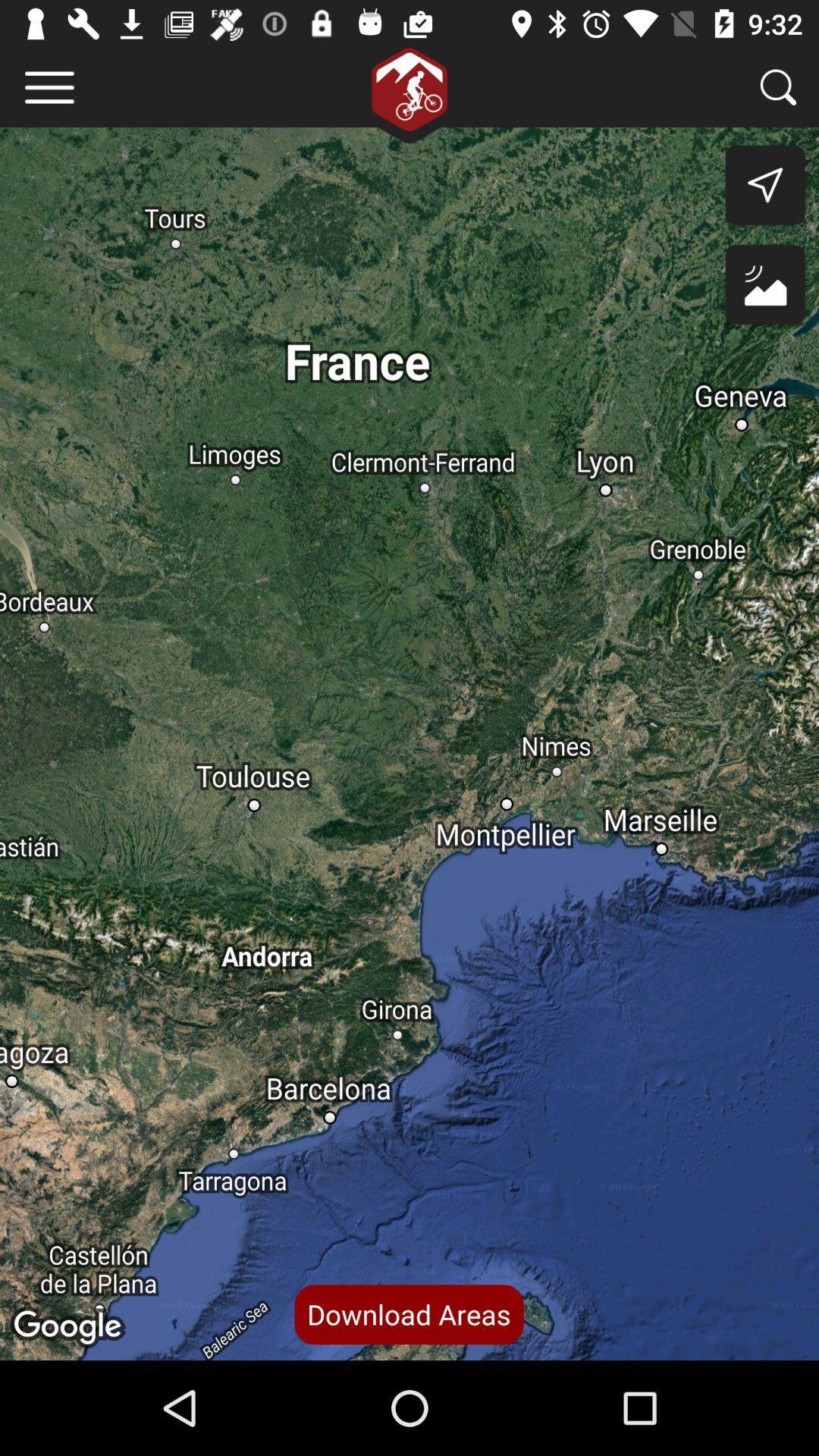  What do you see at coordinates (49, 86) in the screenshot?
I see `the menu` at bounding box center [49, 86].